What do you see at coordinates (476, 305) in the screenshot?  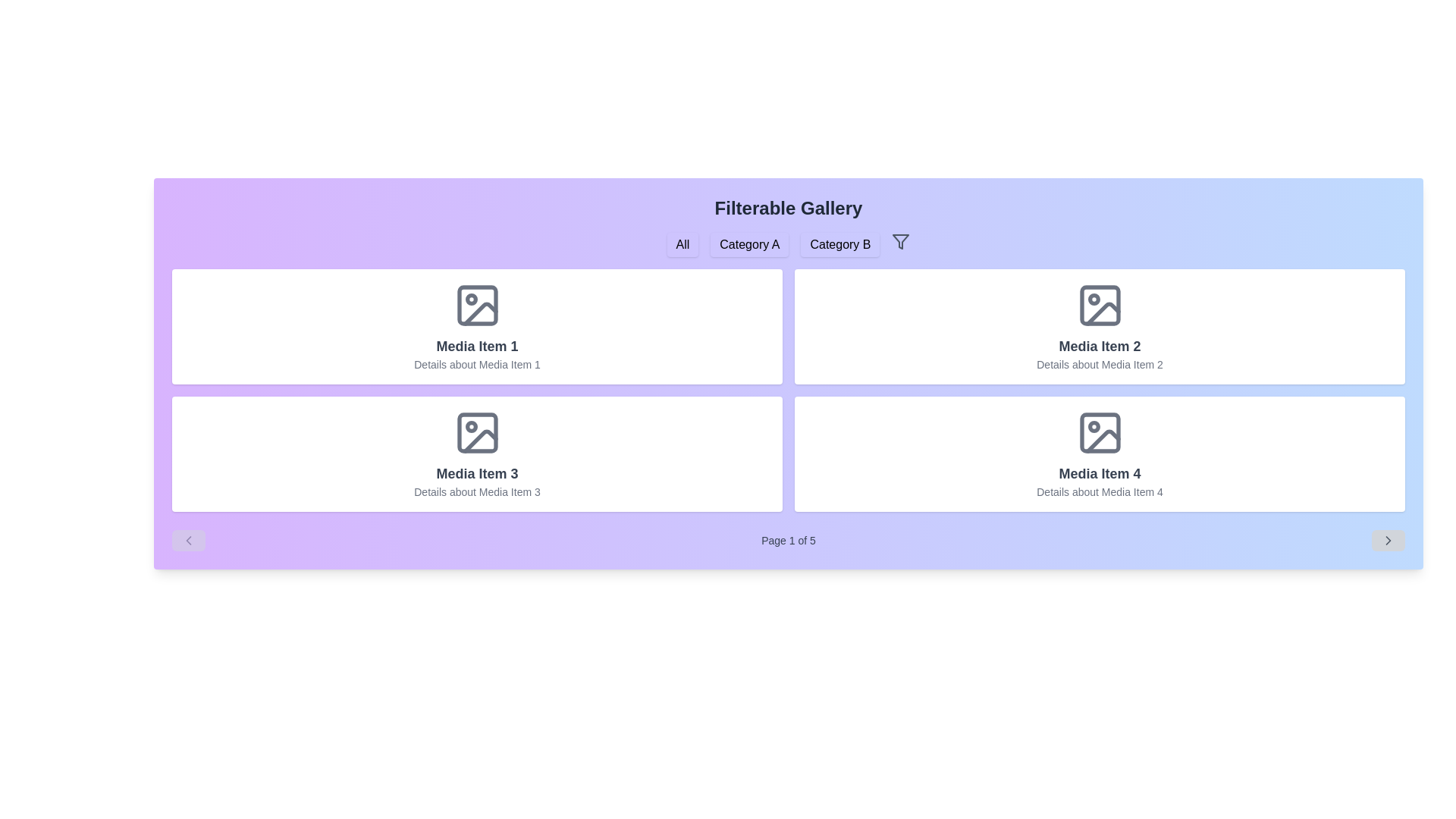 I see `the icon representing 'Media Item 1', located at the top-center of the card labeled 'Media Item 1', which is the top-left card in the grid layout of media items` at bounding box center [476, 305].